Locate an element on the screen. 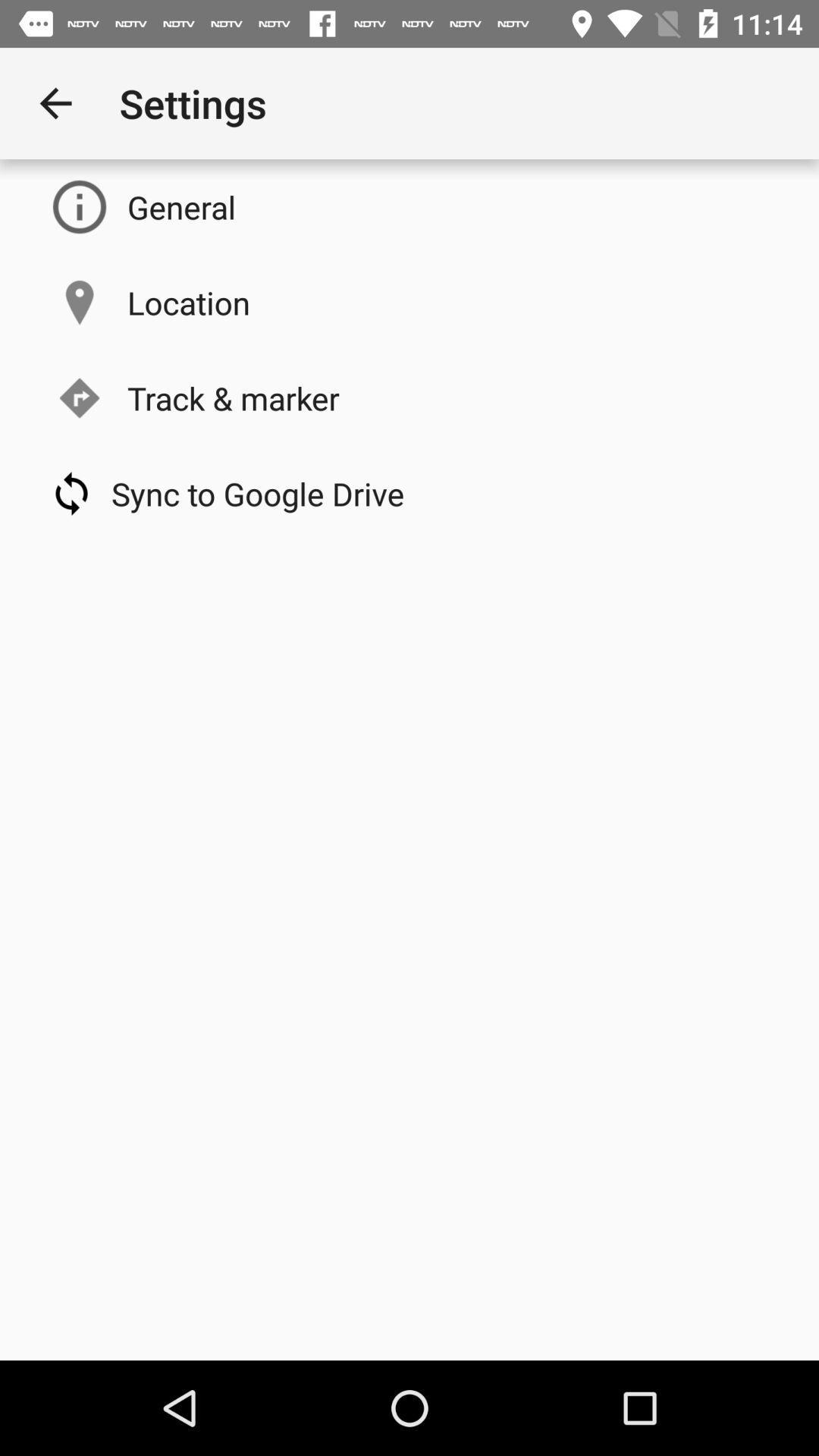  location item is located at coordinates (188, 302).